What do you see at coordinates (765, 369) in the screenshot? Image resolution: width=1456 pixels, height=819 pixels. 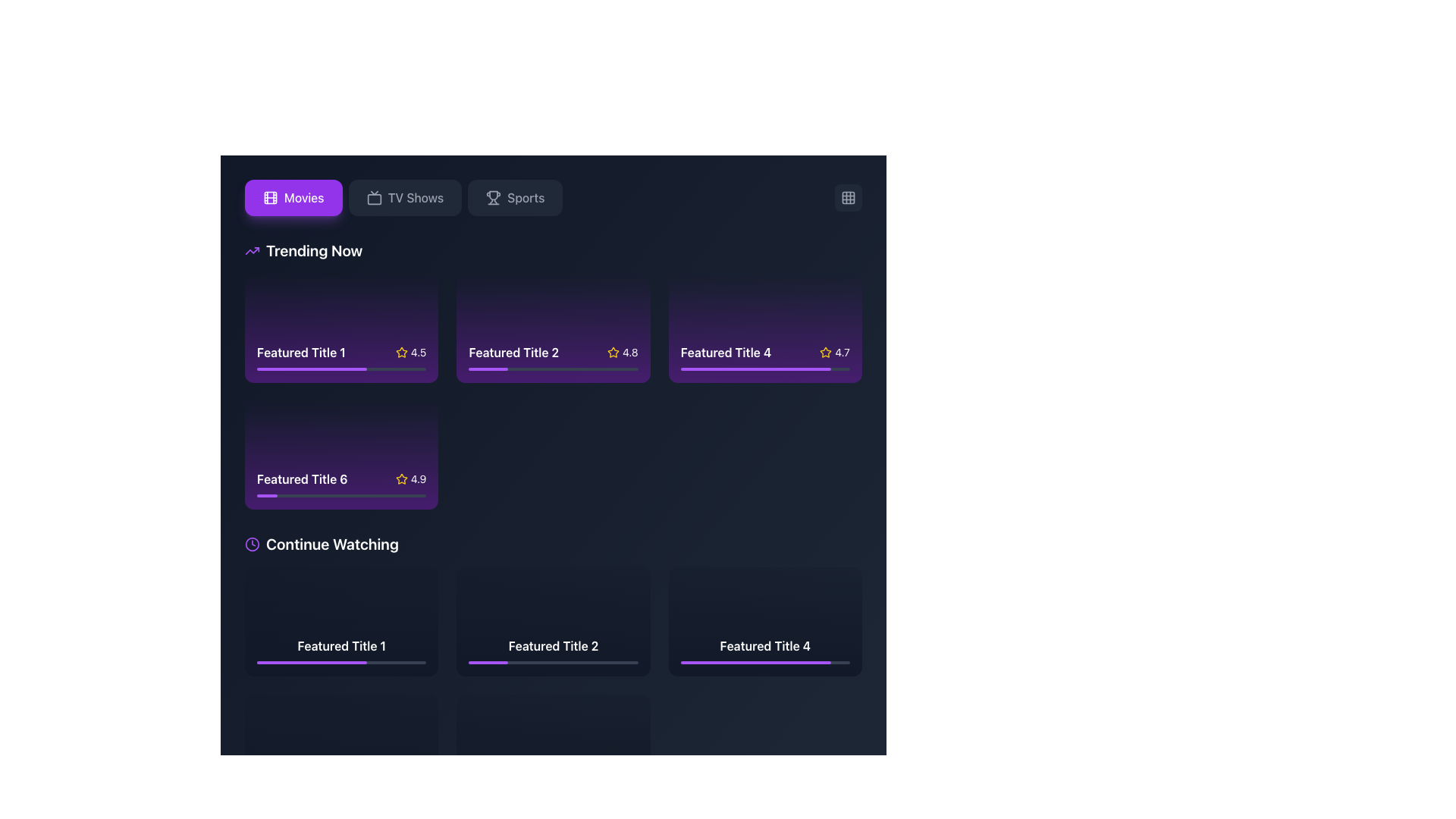 I see `the progress level of the thin progress bar with a light gray background and purple-filled part, located within the content card for 'Featured Title 4' in the 'Trending Now' section` at bounding box center [765, 369].